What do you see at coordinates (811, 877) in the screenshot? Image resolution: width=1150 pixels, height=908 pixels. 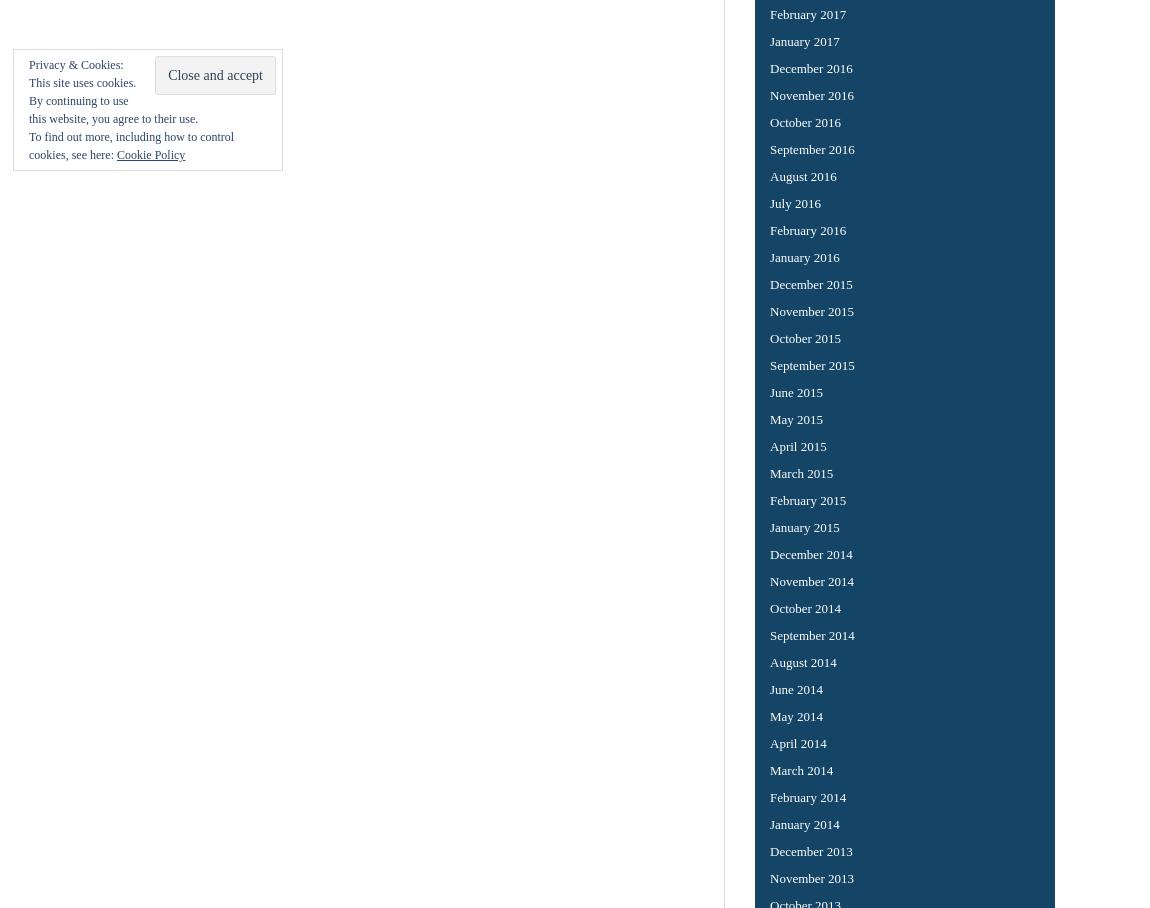 I see `'November 2013'` at bounding box center [811, 877].